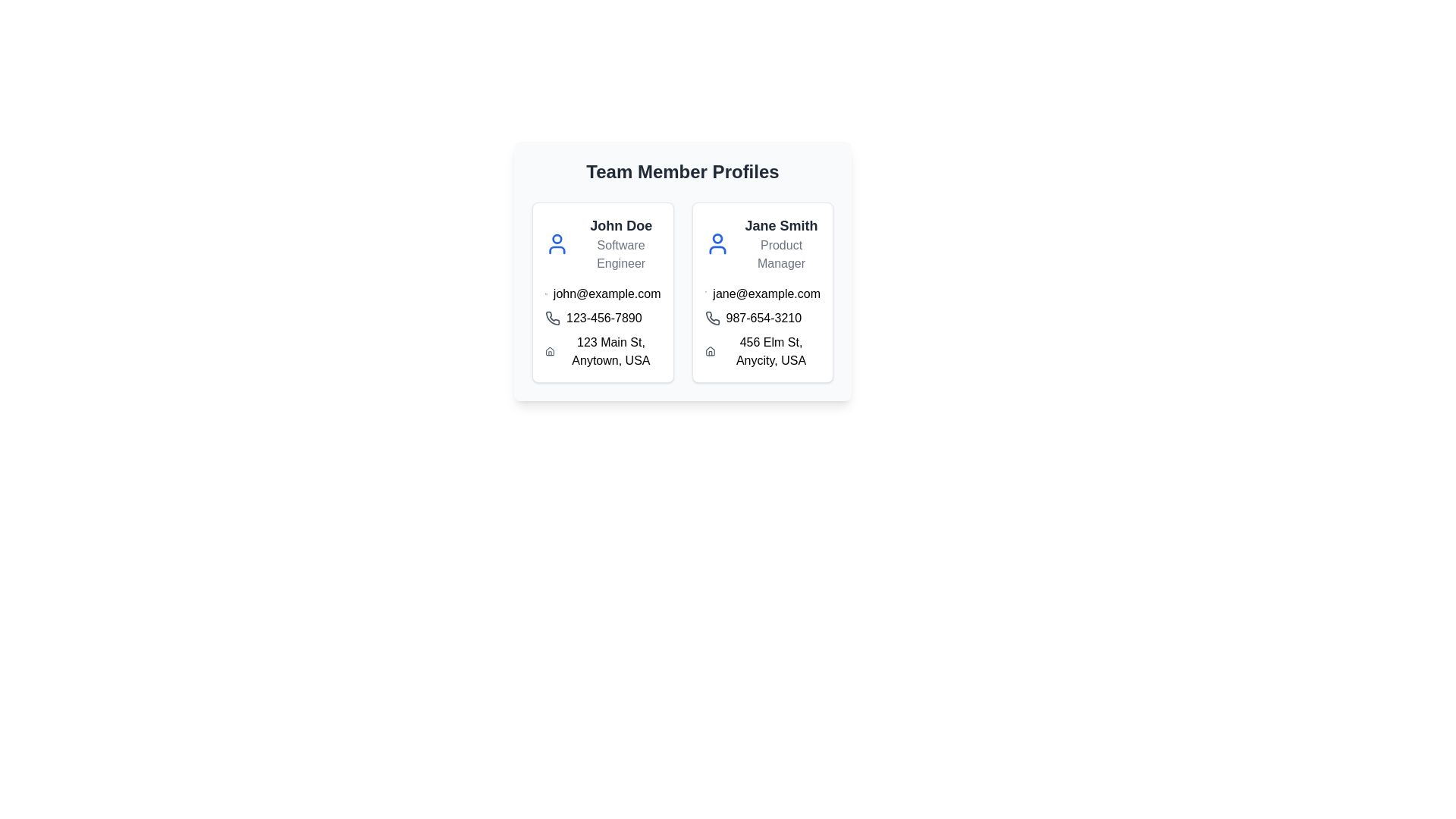 Image resolution: width=1456 pixels, height=819 pixels. Describe the element at coordinates (556, 239) in the screenshot. I see `the circular graphical element representing the user 'John Doe' in the Team Member Profiles section` at that location.